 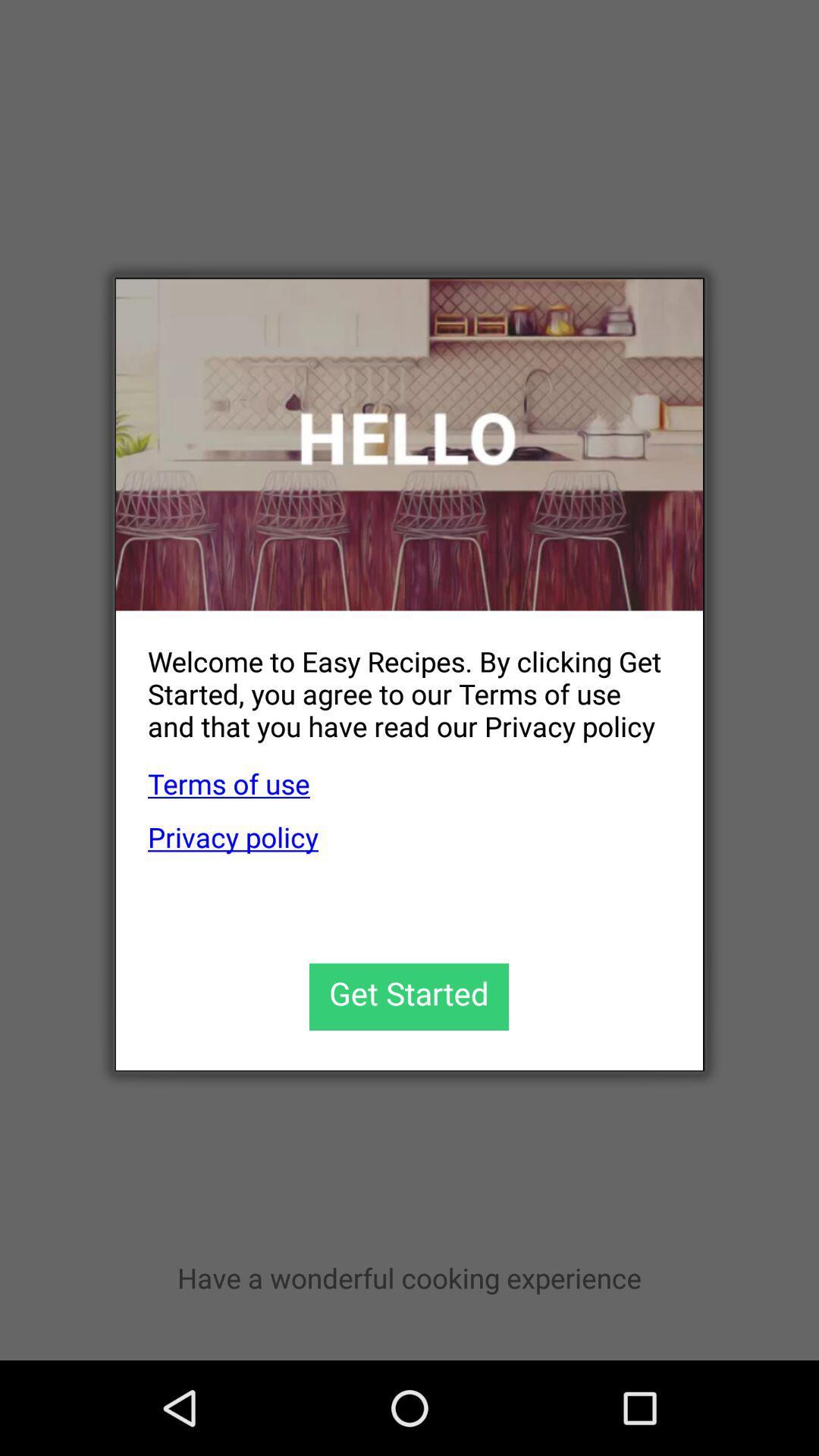 I want to click on welcome to easy app, so click(x=393, y=681).